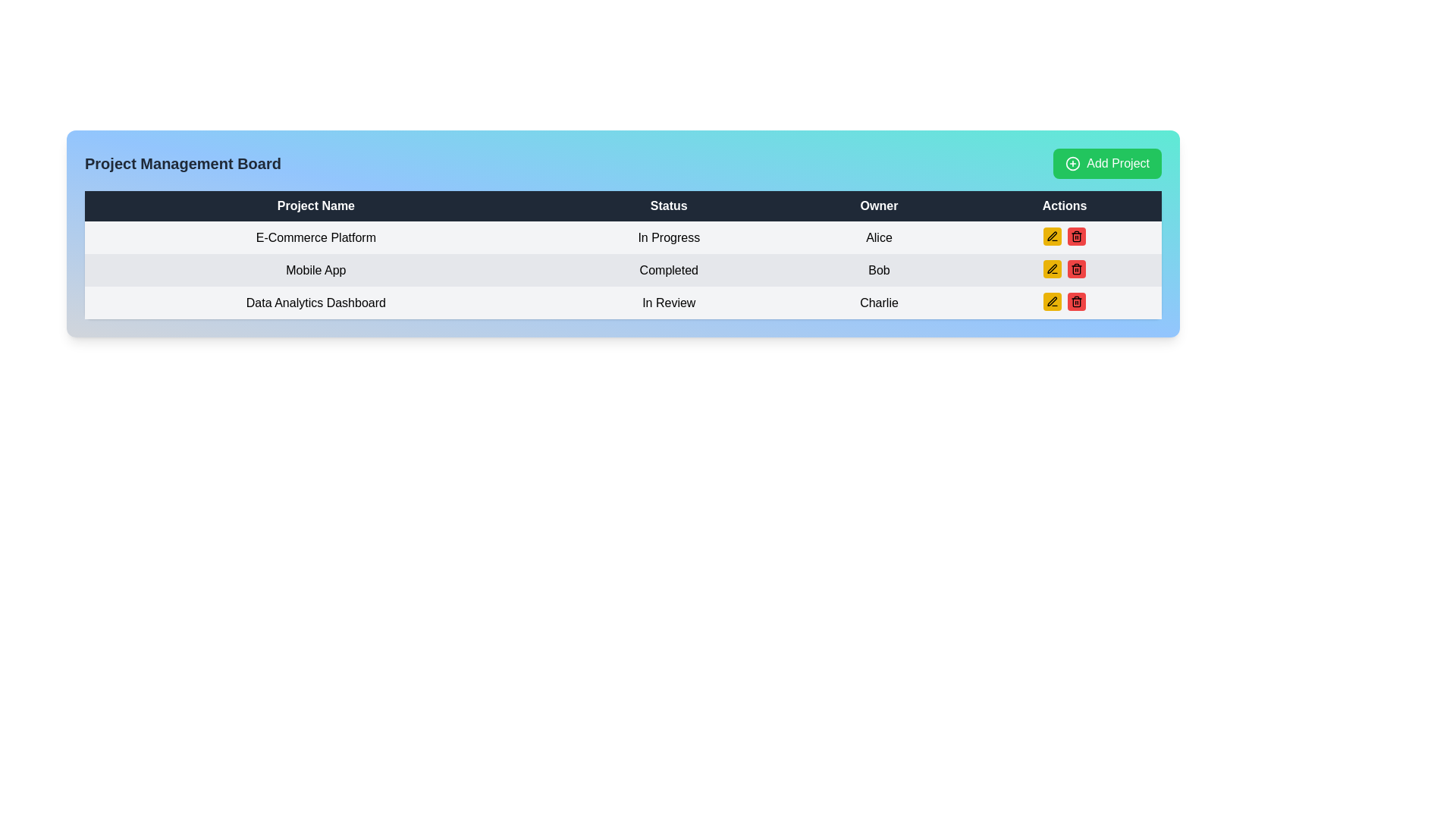 This screenshot has width=1456, height=819. What do you see at coordinates (1072, 164) in the screenshot?
I see `the '+' icon located to the immediate left of the 'Add Project' button` at bounding box center [1072, 164].